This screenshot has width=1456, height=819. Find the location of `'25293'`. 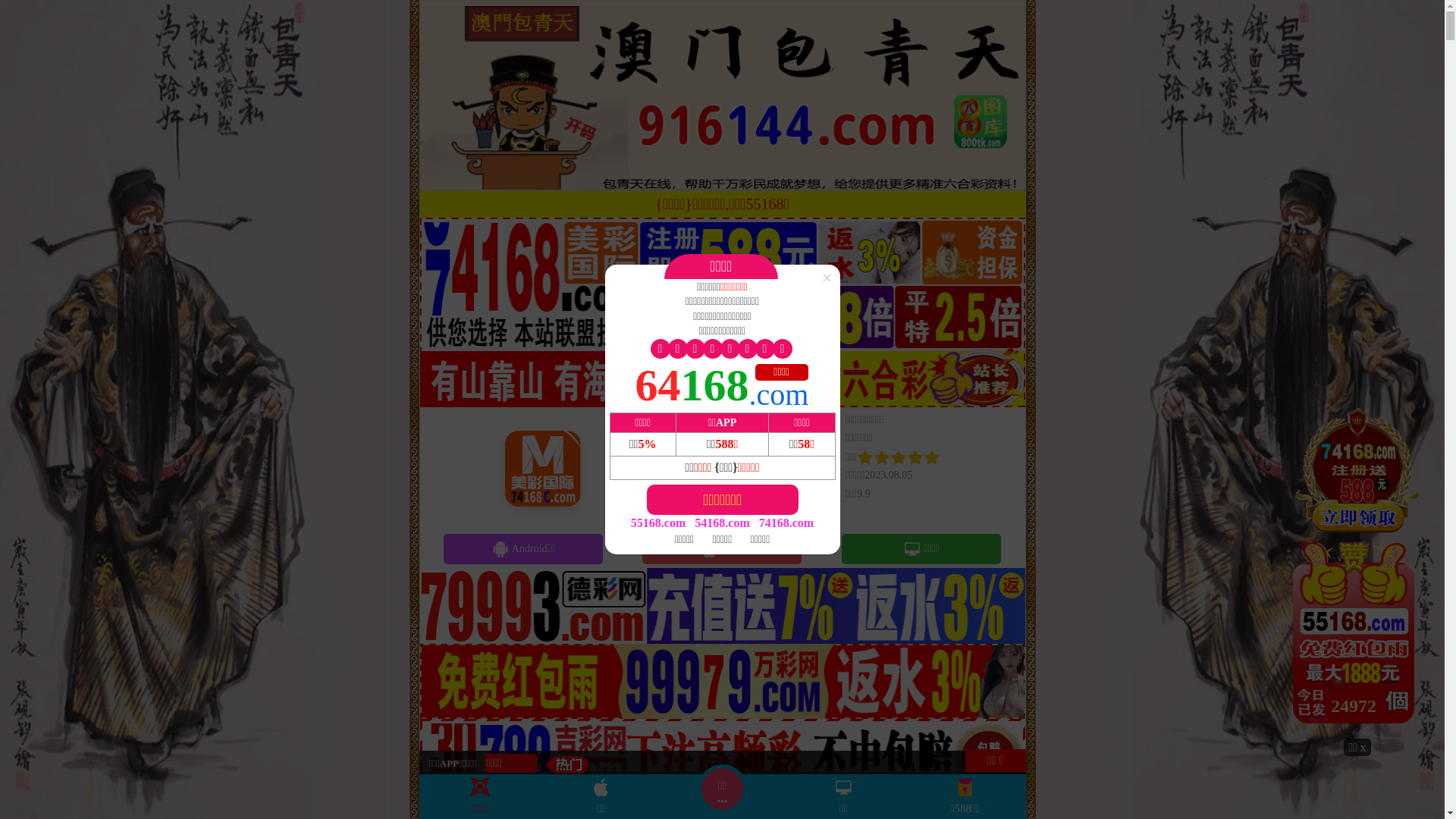

'25293' is located at coordinates (1357, 570).